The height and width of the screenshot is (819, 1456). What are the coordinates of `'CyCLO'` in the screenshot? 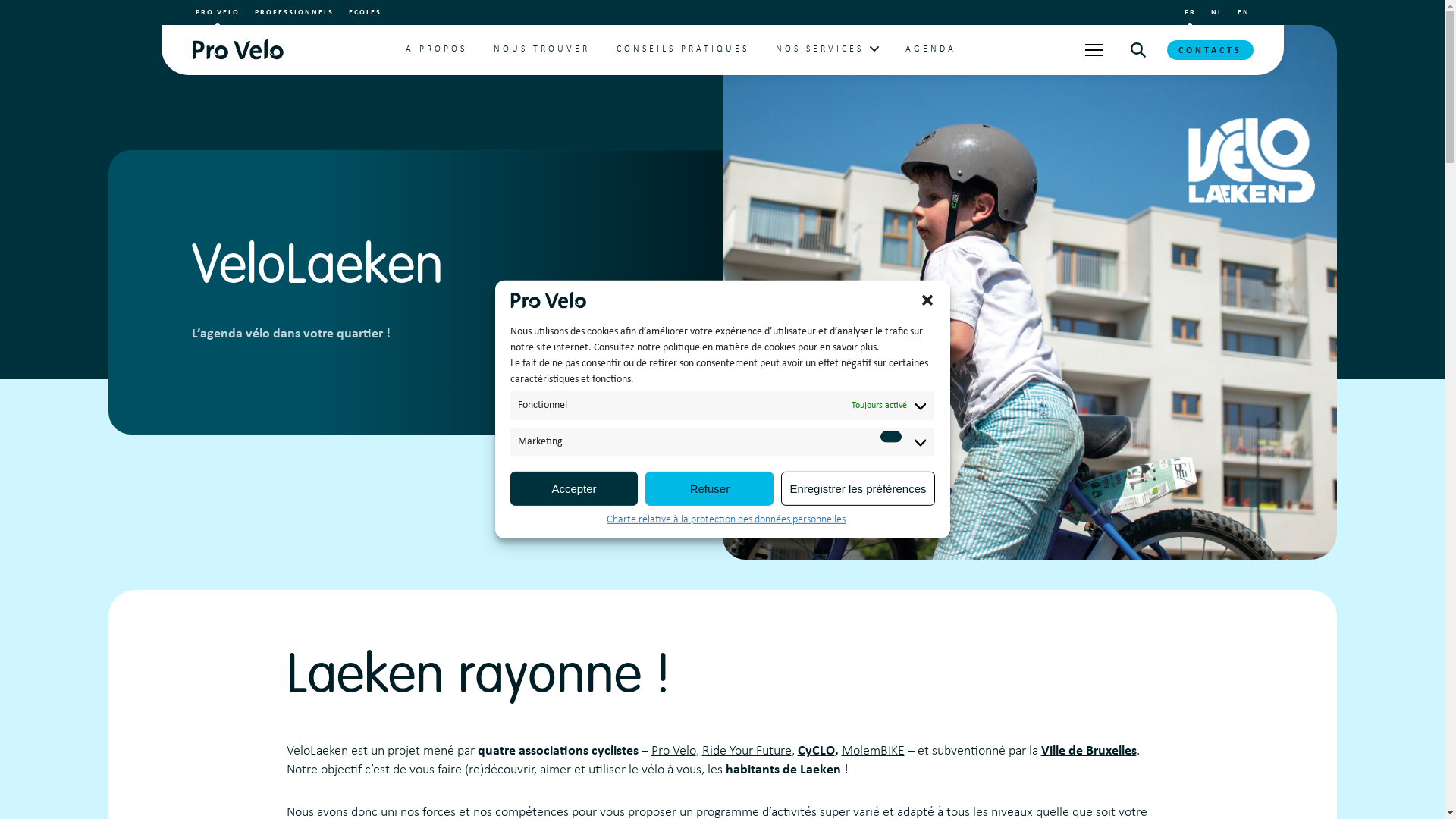 It's located at (796, 751).